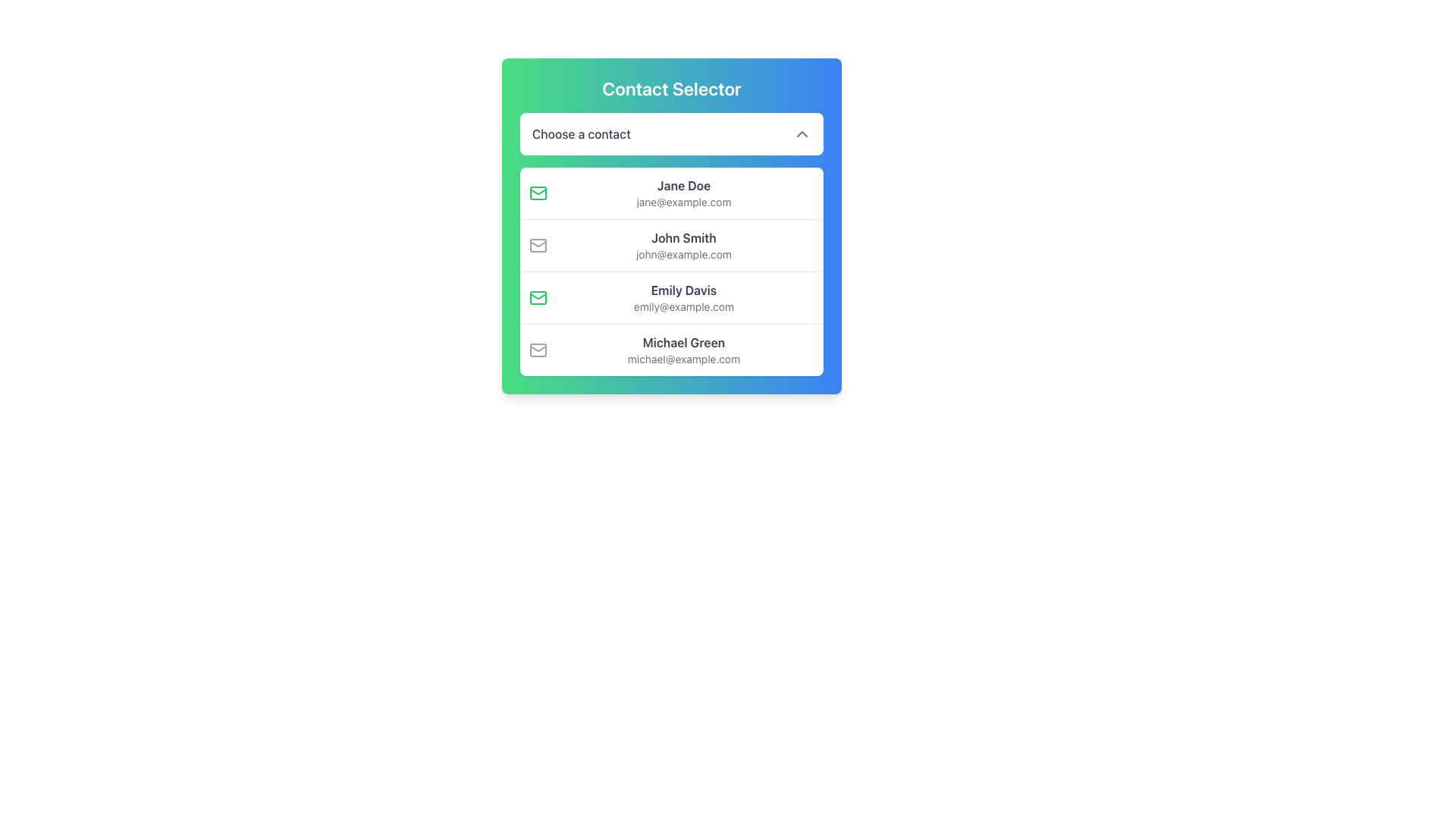 This screenshot has width=1456, height=819. I want to click on the email contact icon representing John Smith, so click(538, 245).